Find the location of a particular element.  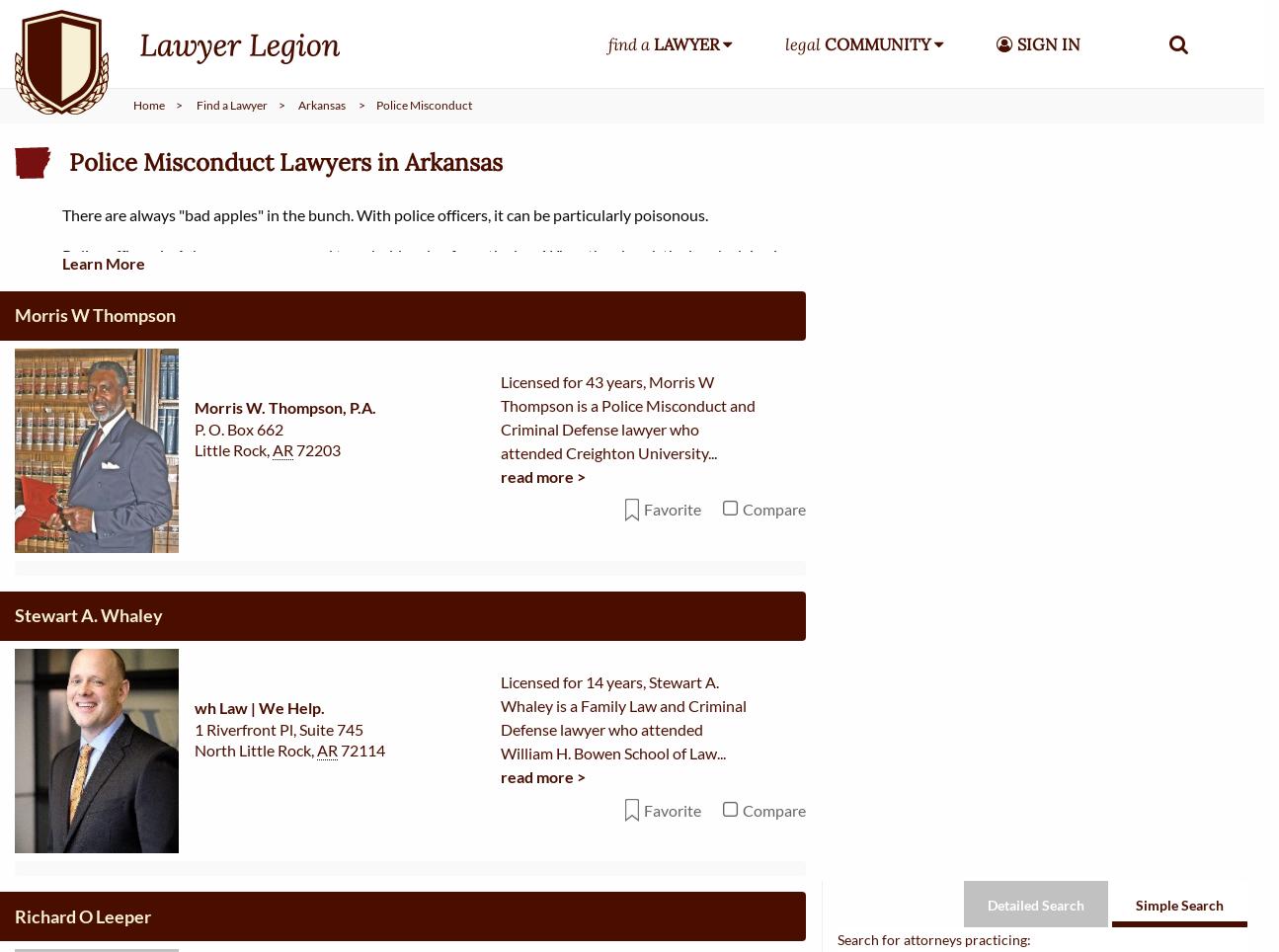

'72758' is located at coordinates (293, 700).